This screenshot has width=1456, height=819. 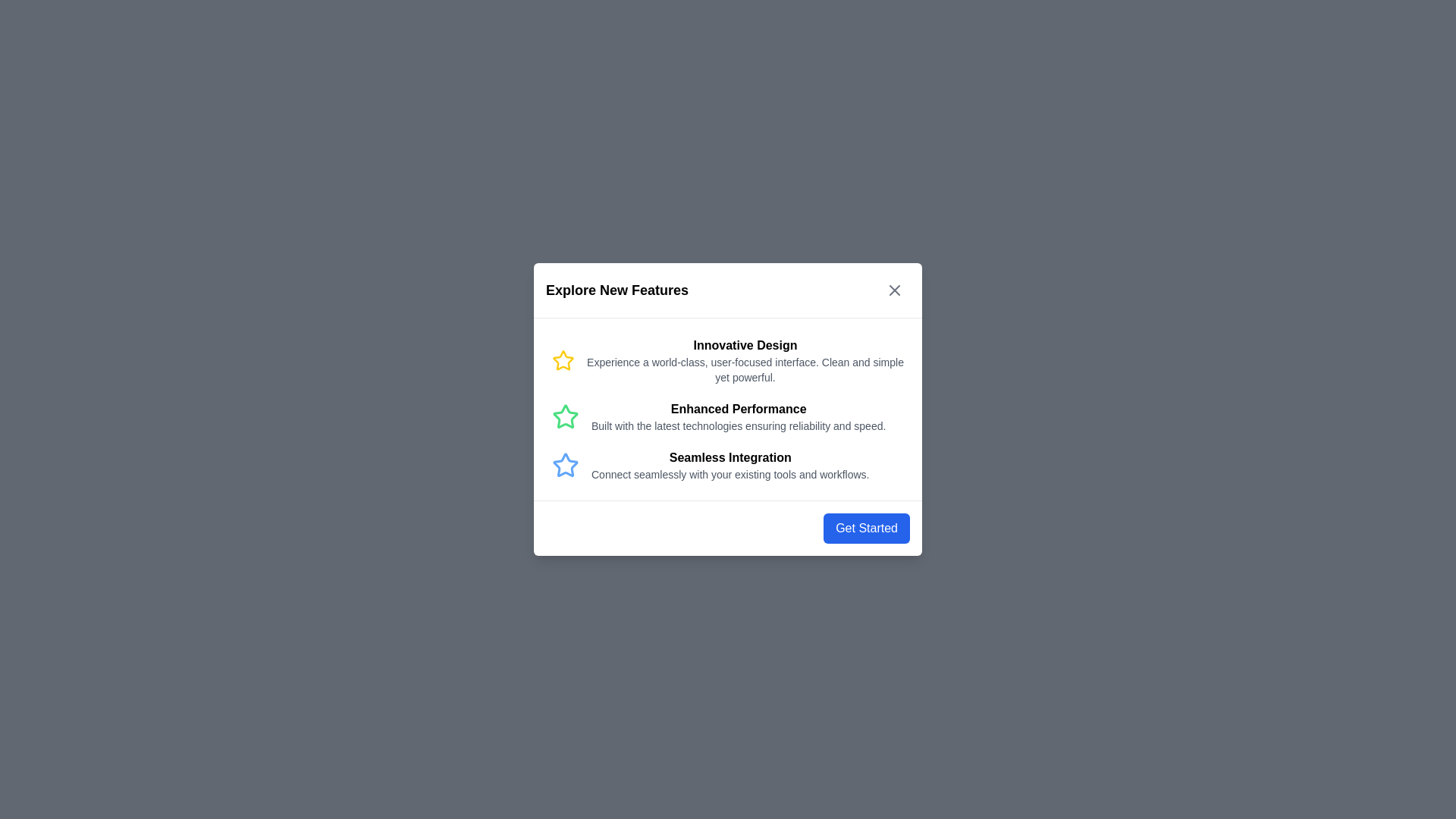 What do you see at coordinates (730, 473) in the screenshot?
I see `the text label that reads 'Connect seamlessly with your existing tools and workflows.', which is styled in a smaller font size and light gray color, positioned below the title 'Seamless Integration'` at bounding box center [730, 473].